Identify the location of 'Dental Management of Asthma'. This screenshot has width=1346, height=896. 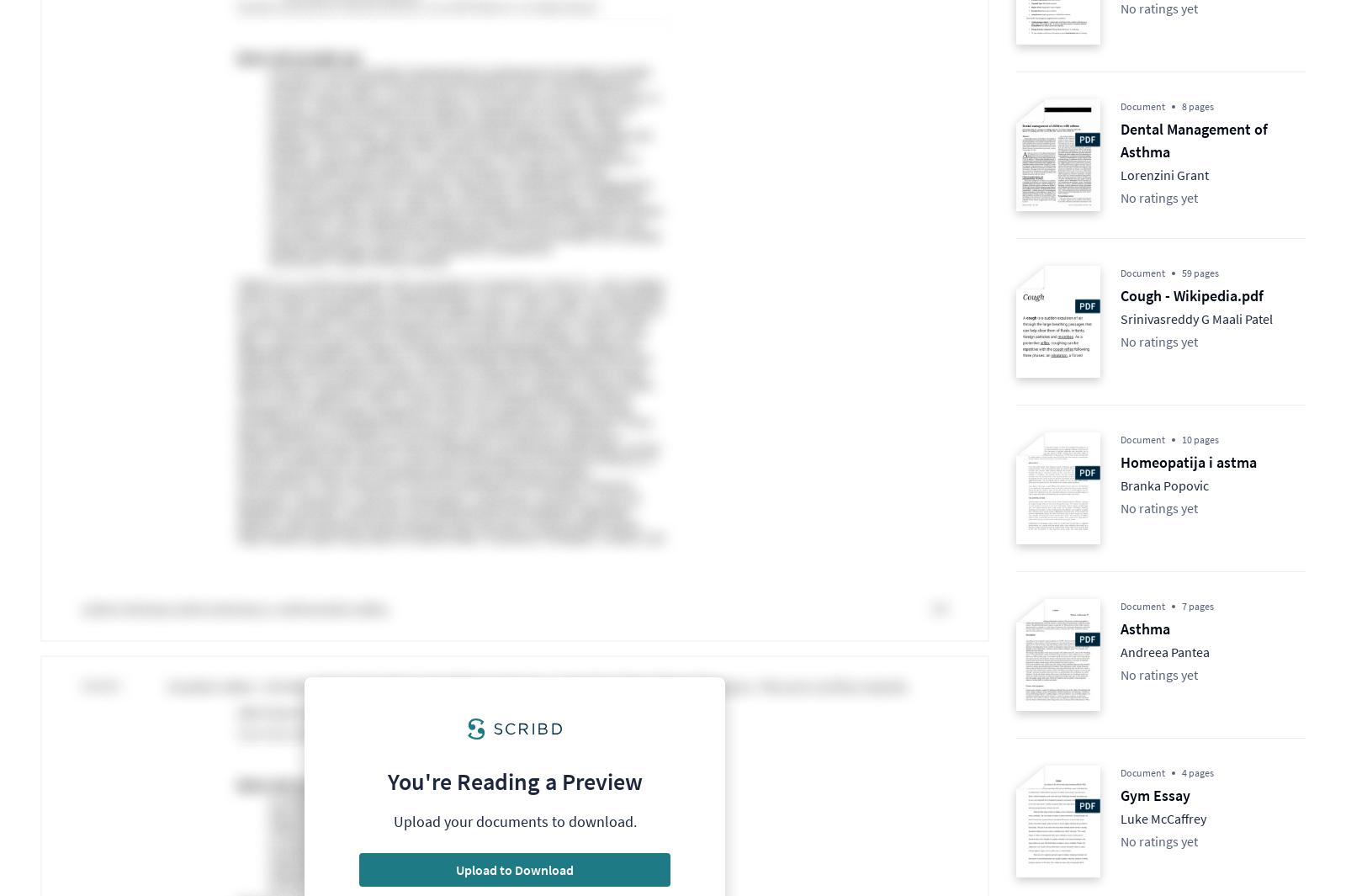
(1120, 139).